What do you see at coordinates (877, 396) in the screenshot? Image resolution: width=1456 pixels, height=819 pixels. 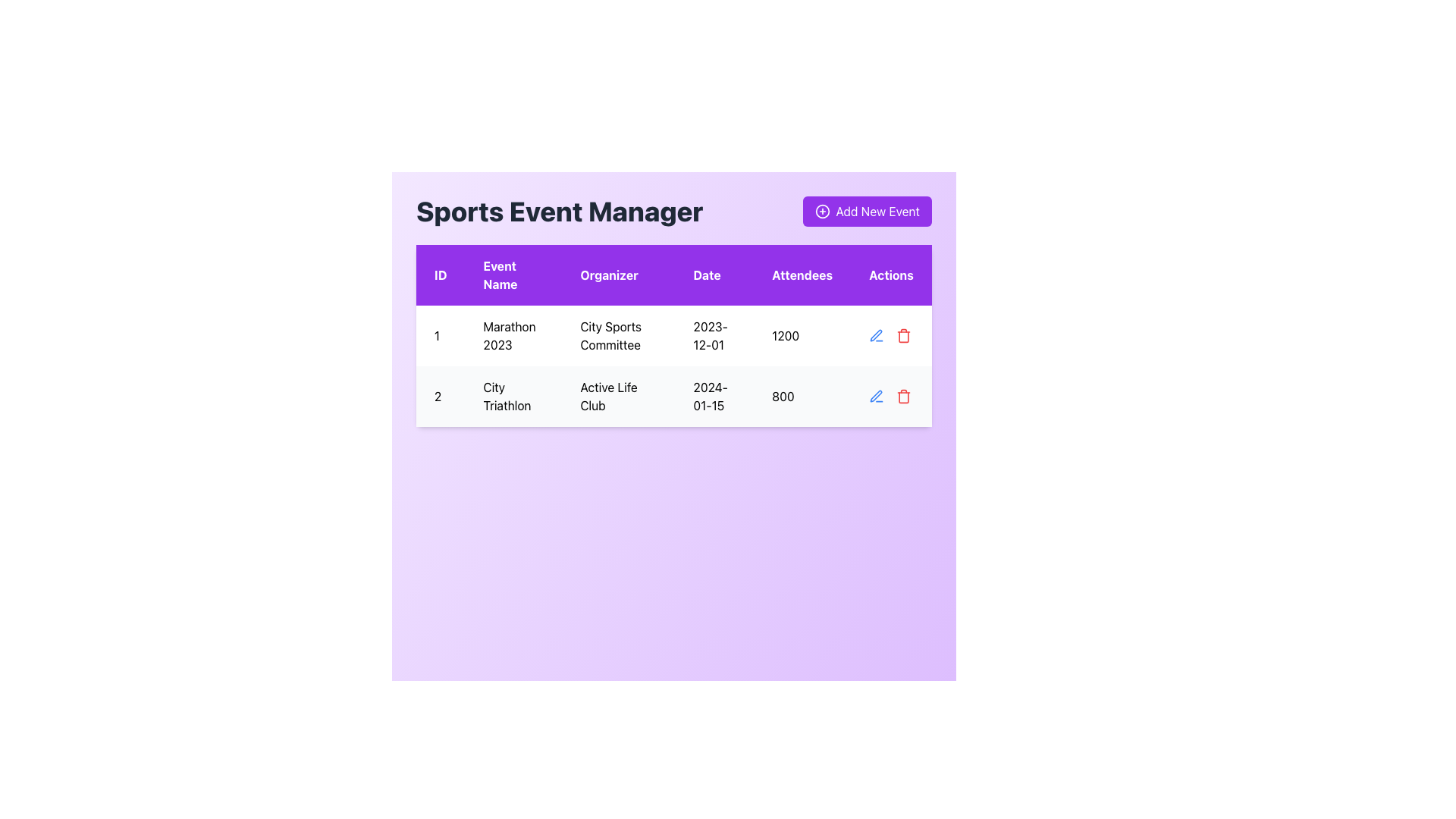 I see `the edit icon in the Actions section of the second row of the table to change its color` at bounding box center [877, 396].